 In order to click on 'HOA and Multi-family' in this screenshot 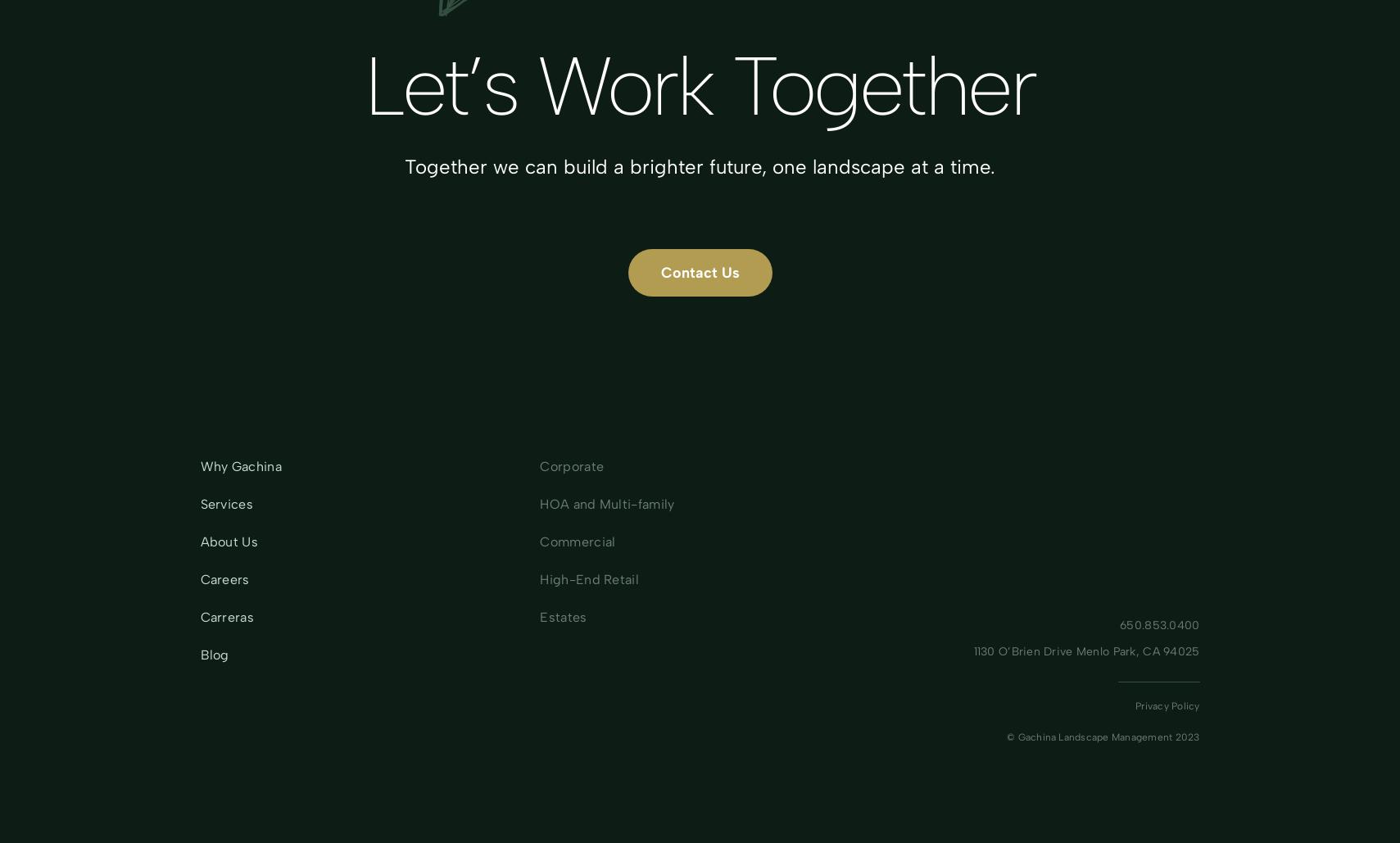, I will do `click(606, 503)`.